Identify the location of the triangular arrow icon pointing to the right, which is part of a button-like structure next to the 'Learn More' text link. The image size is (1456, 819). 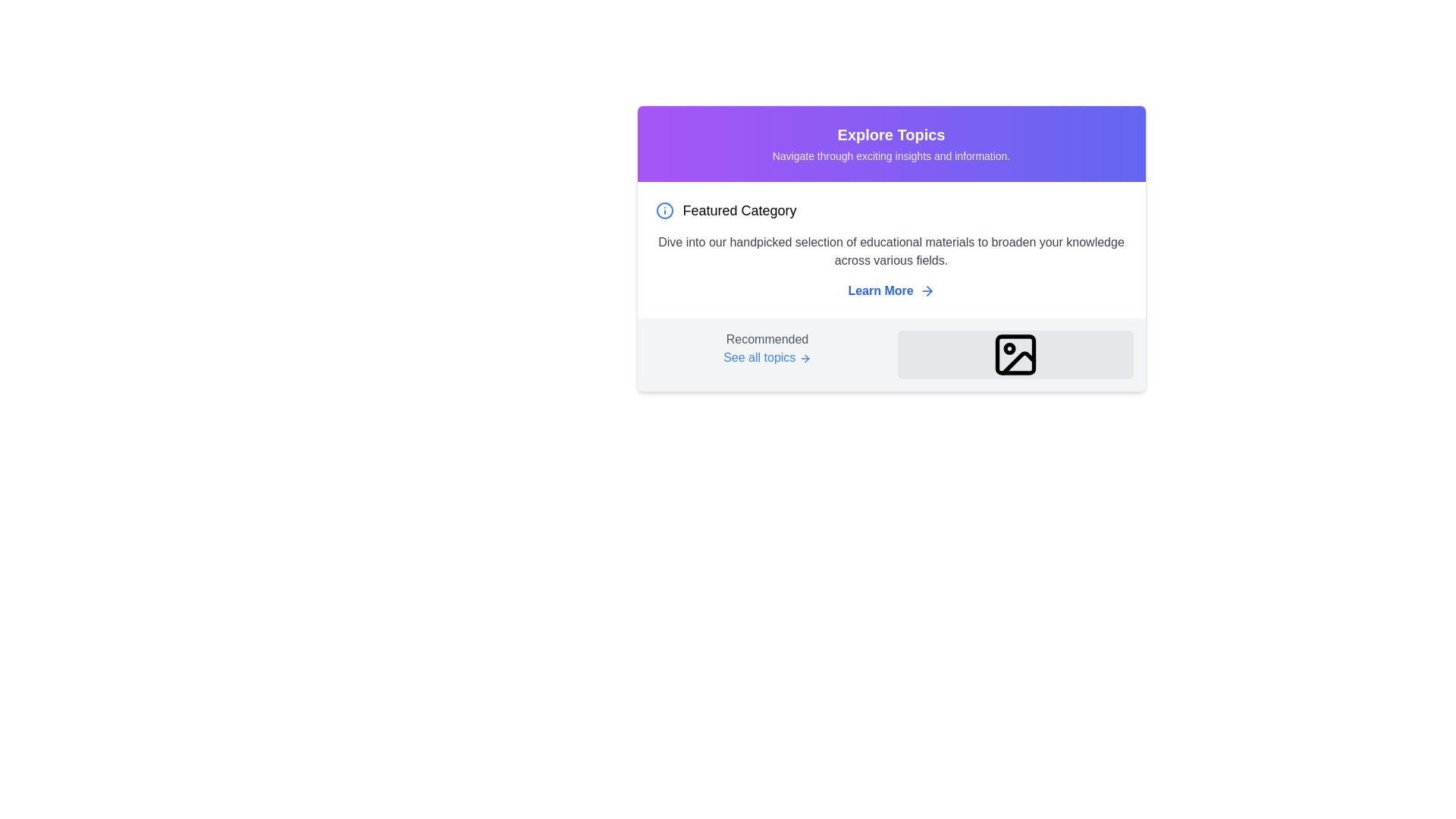
(806, 358).